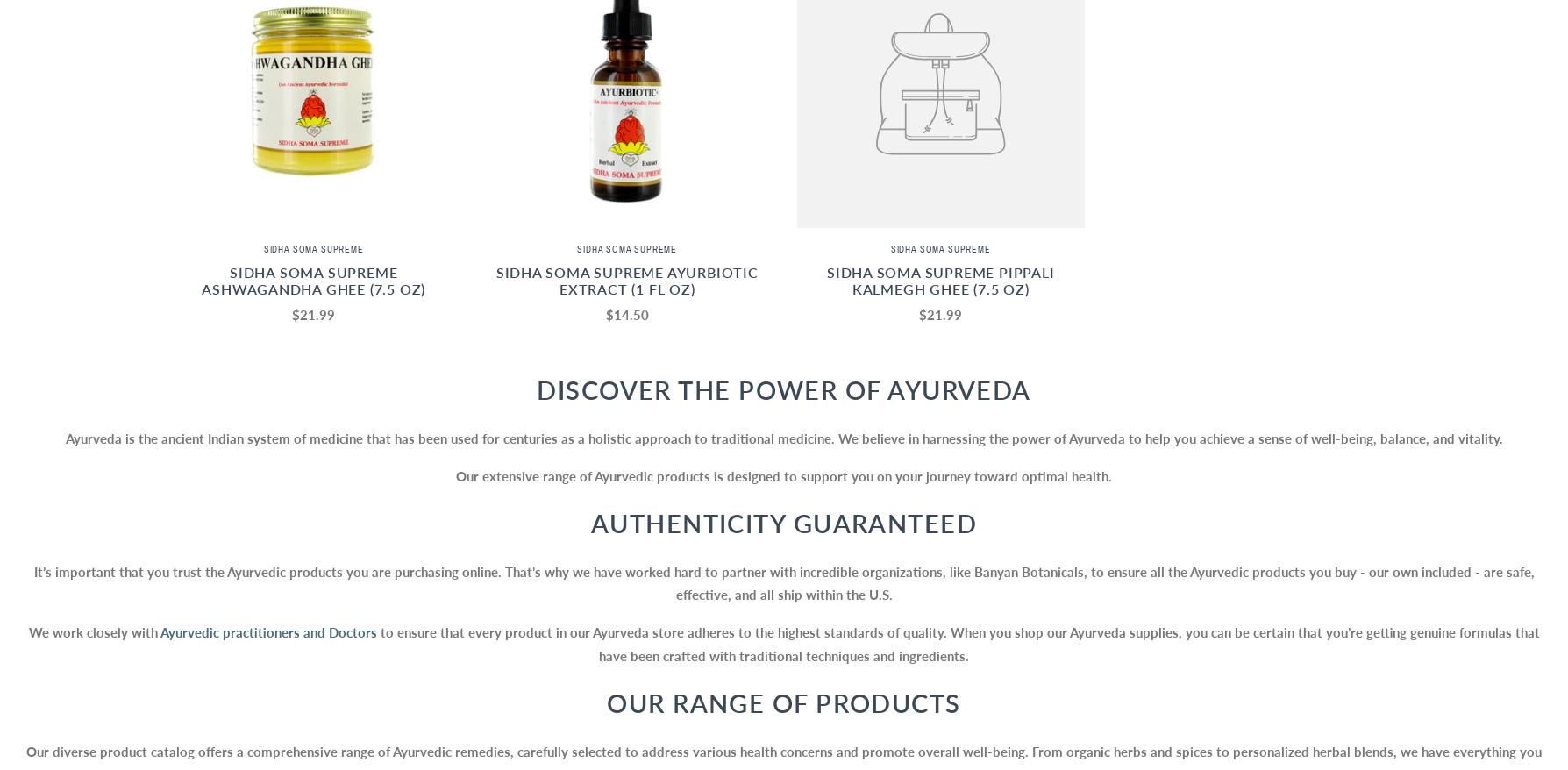  I want to click on '$14.50', so click(625, 312).